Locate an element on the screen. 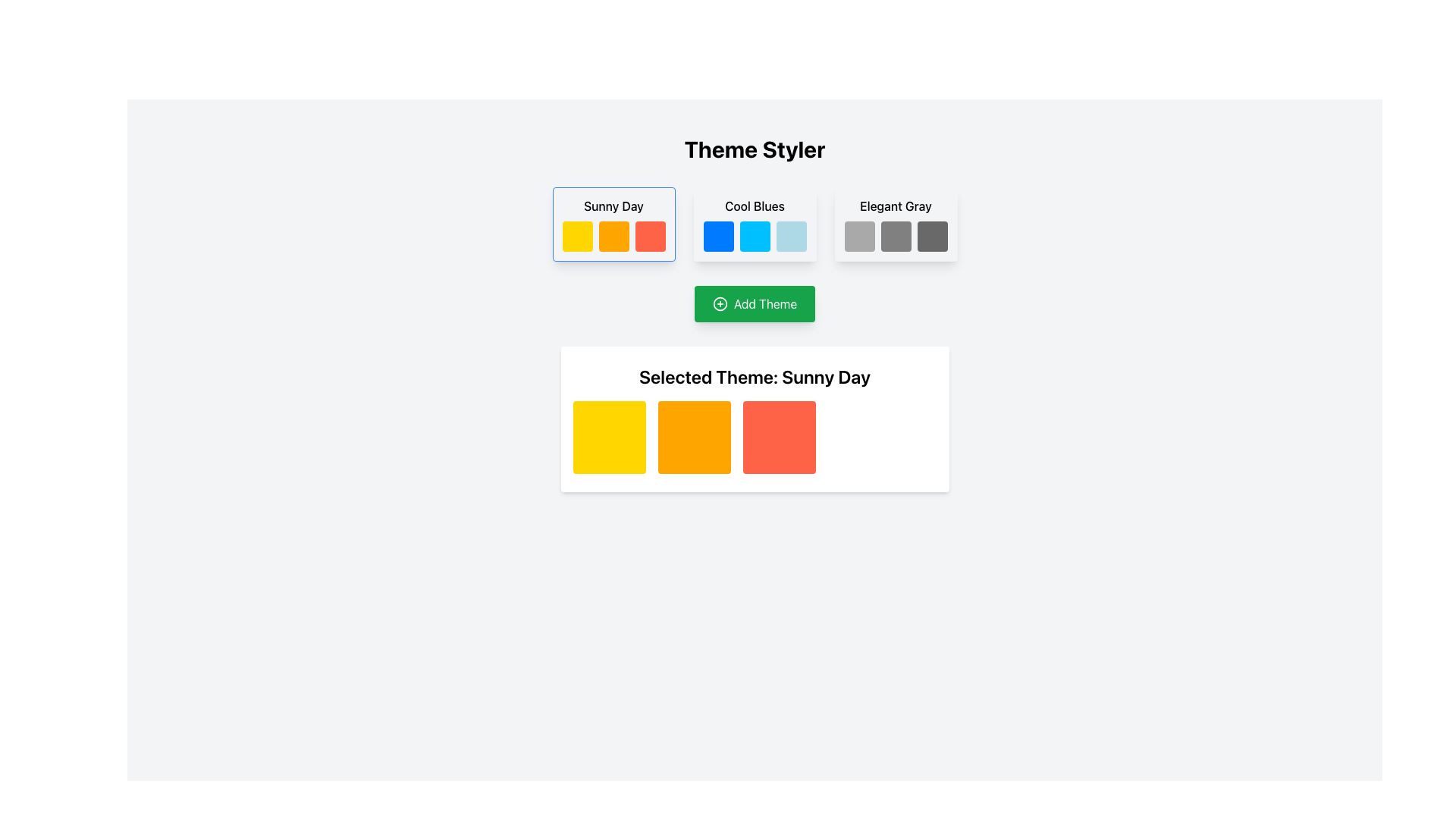 The width and height of the screenshot is (1456, 819). the middle square color swatch representing the 'Elegant Gray' theme in the Theme Styler section is located at coordinates (896, 224).